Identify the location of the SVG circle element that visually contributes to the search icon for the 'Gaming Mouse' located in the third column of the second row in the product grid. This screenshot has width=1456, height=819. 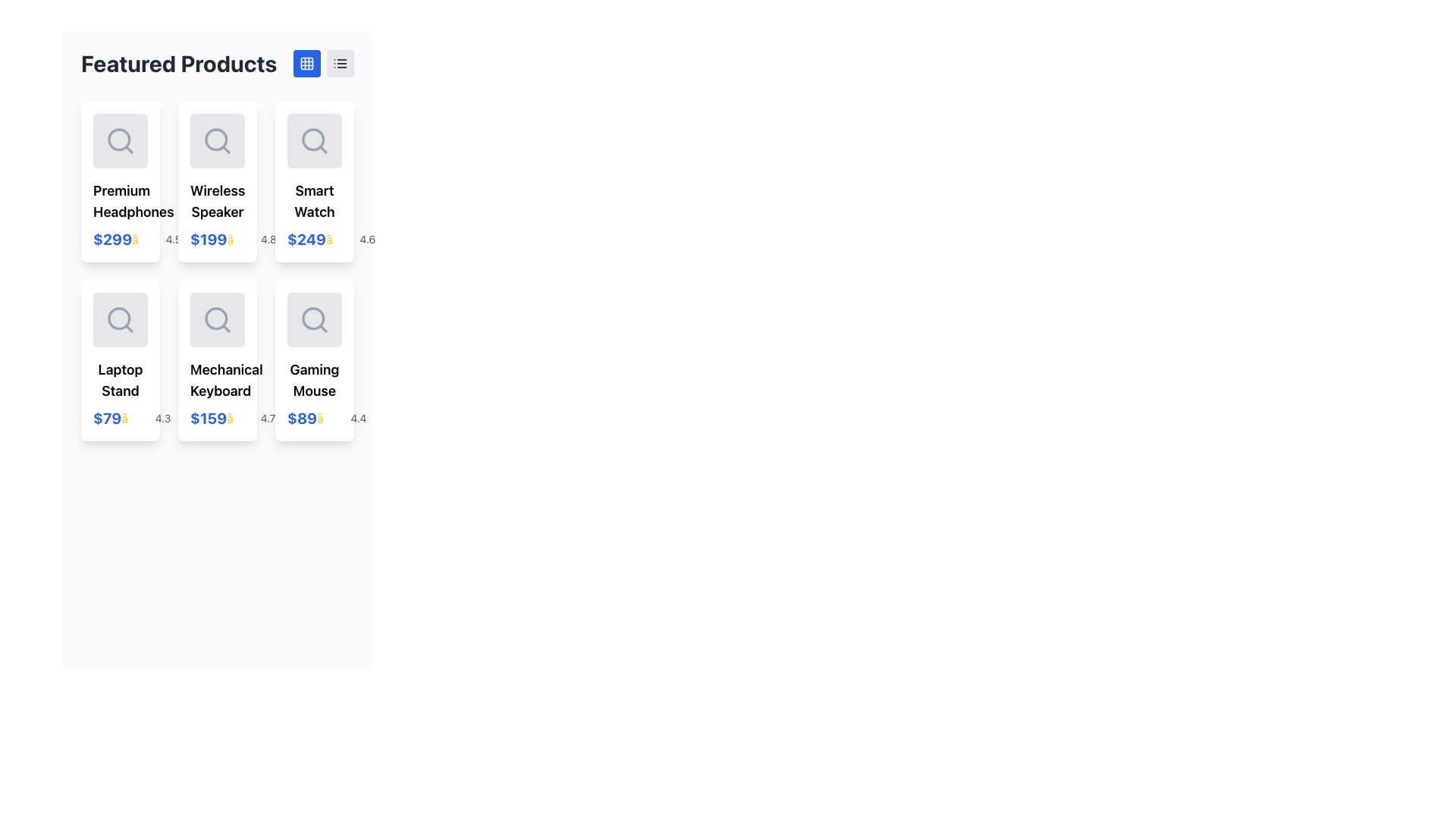
(312, 318).